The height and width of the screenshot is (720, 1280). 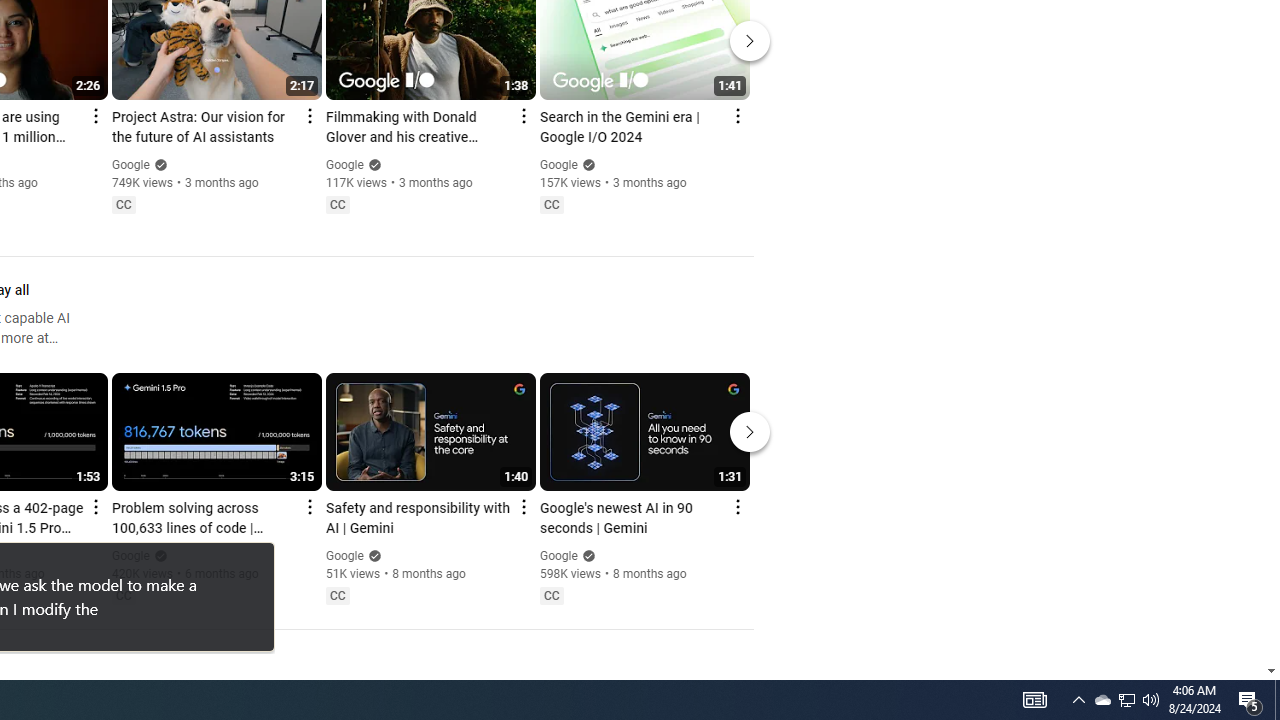 What do you see at coordinates (558, 556) in the screenshot?
I see `'Google'` at bounding box center [558, 556].